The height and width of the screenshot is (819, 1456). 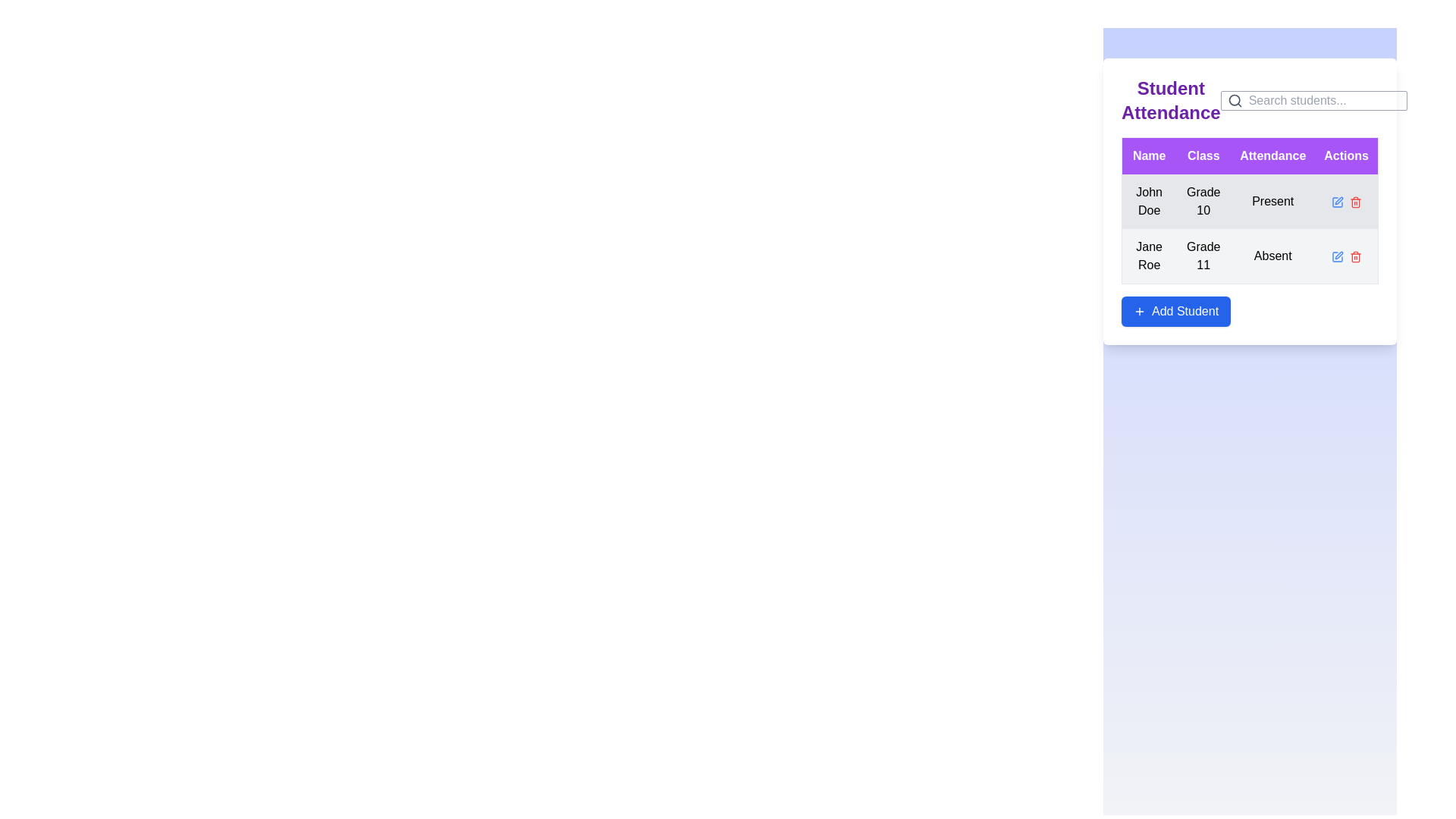 What do you see at coordinates (1203, 201) in the screenshot?
I see `text 'Grade 10' displayed in bold font inside a light gray cell in the second column of the first row under the 'Class' header in the table` at bounding box center [1203, 201].